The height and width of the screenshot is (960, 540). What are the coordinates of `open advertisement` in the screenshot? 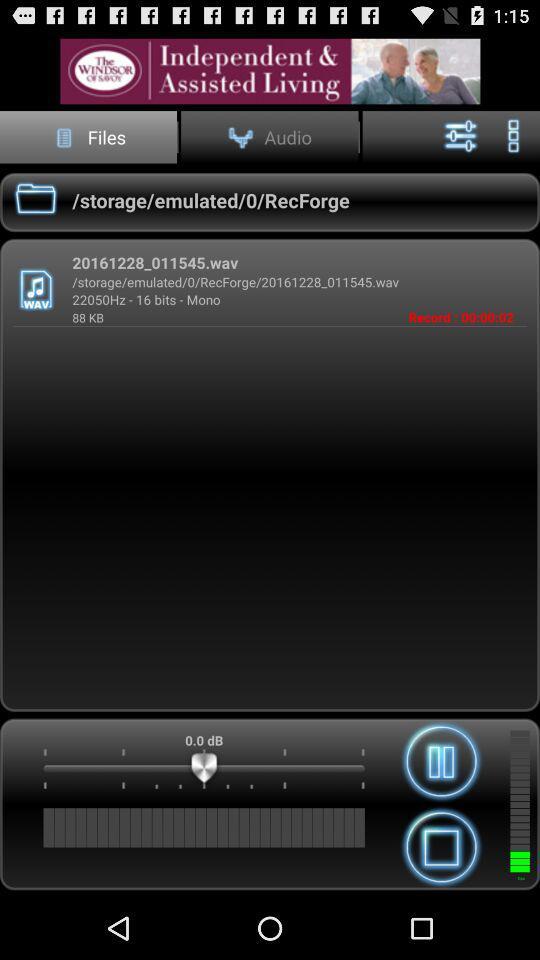 It's located at (270, 71).